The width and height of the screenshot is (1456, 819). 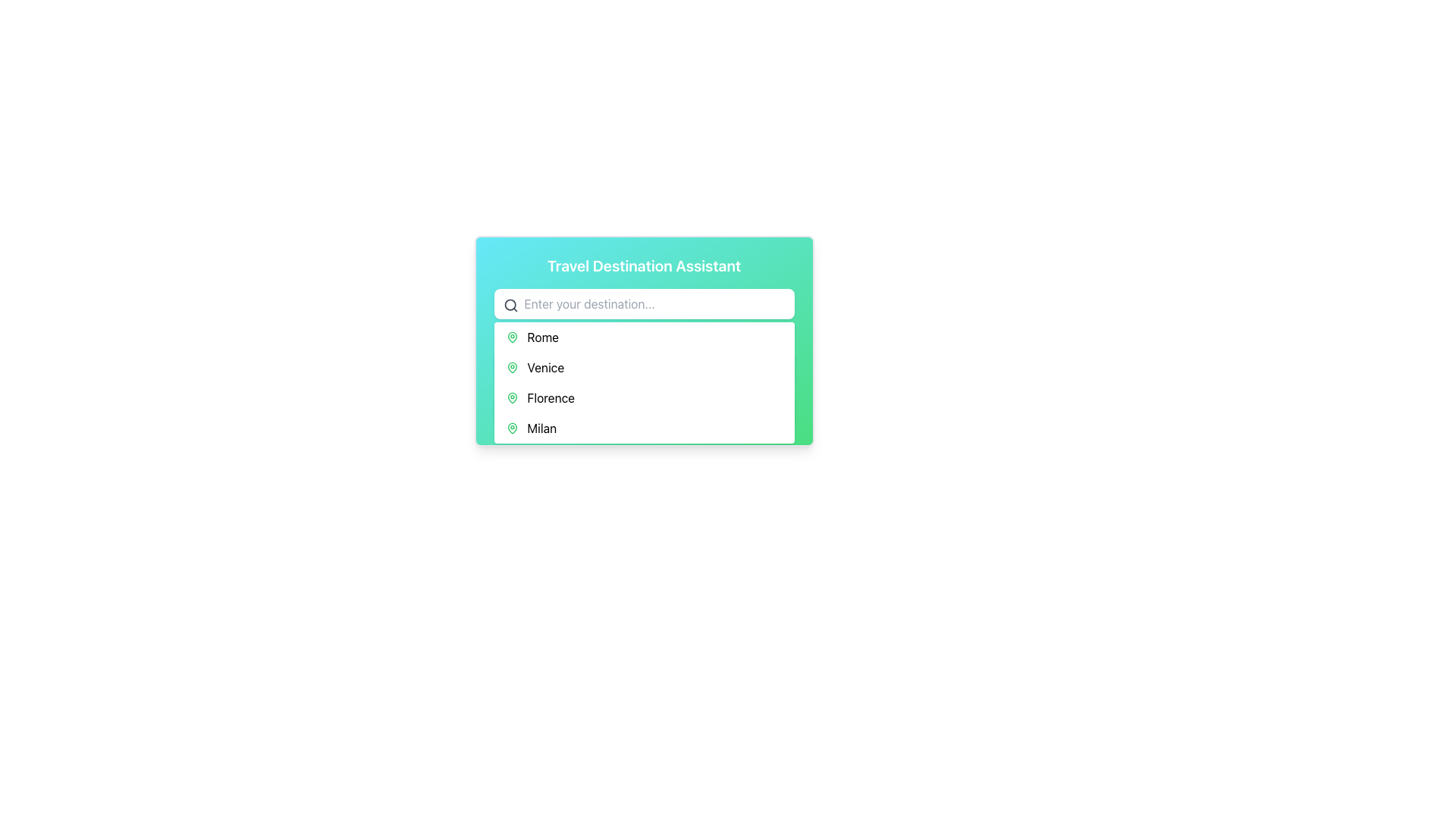 What do you see at coordinates (644, 357) in the screenshot?
I see `the 'Venice' option in the dropdown menu within the 'Travel Destination Assistant' card` at bounding box center [644, 357].